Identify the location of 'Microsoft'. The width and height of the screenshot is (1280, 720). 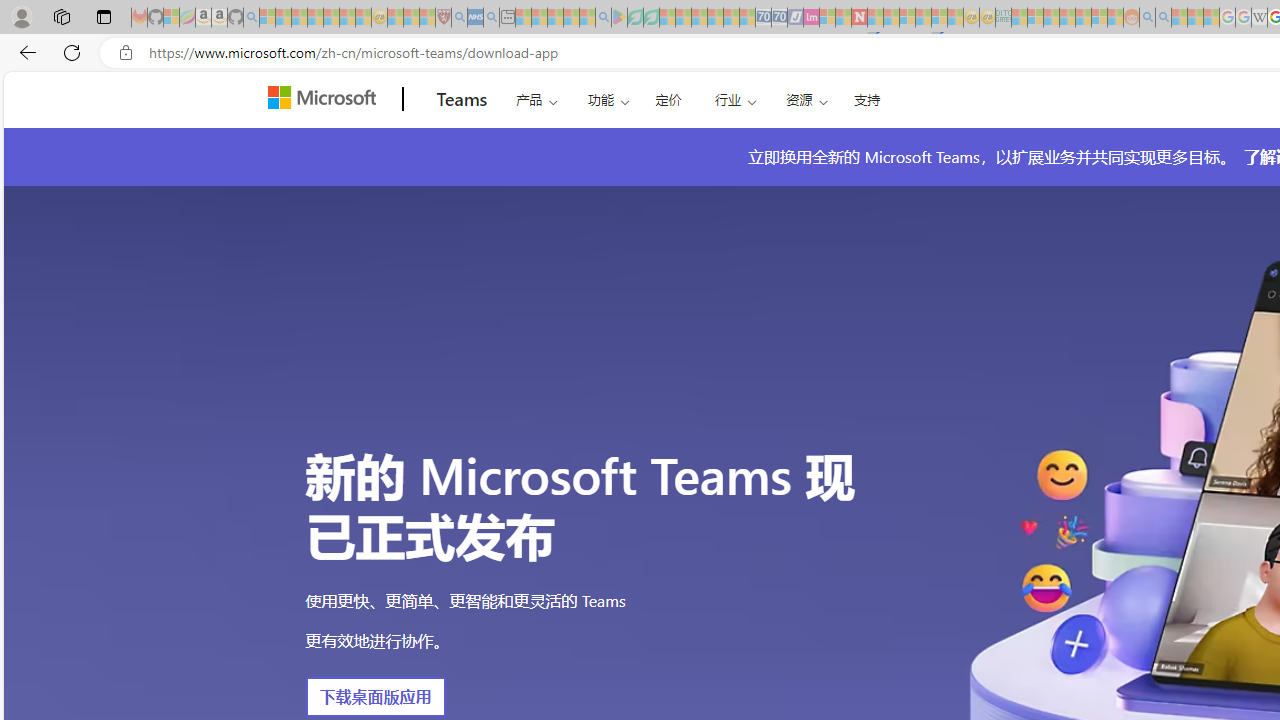
(326, 99).